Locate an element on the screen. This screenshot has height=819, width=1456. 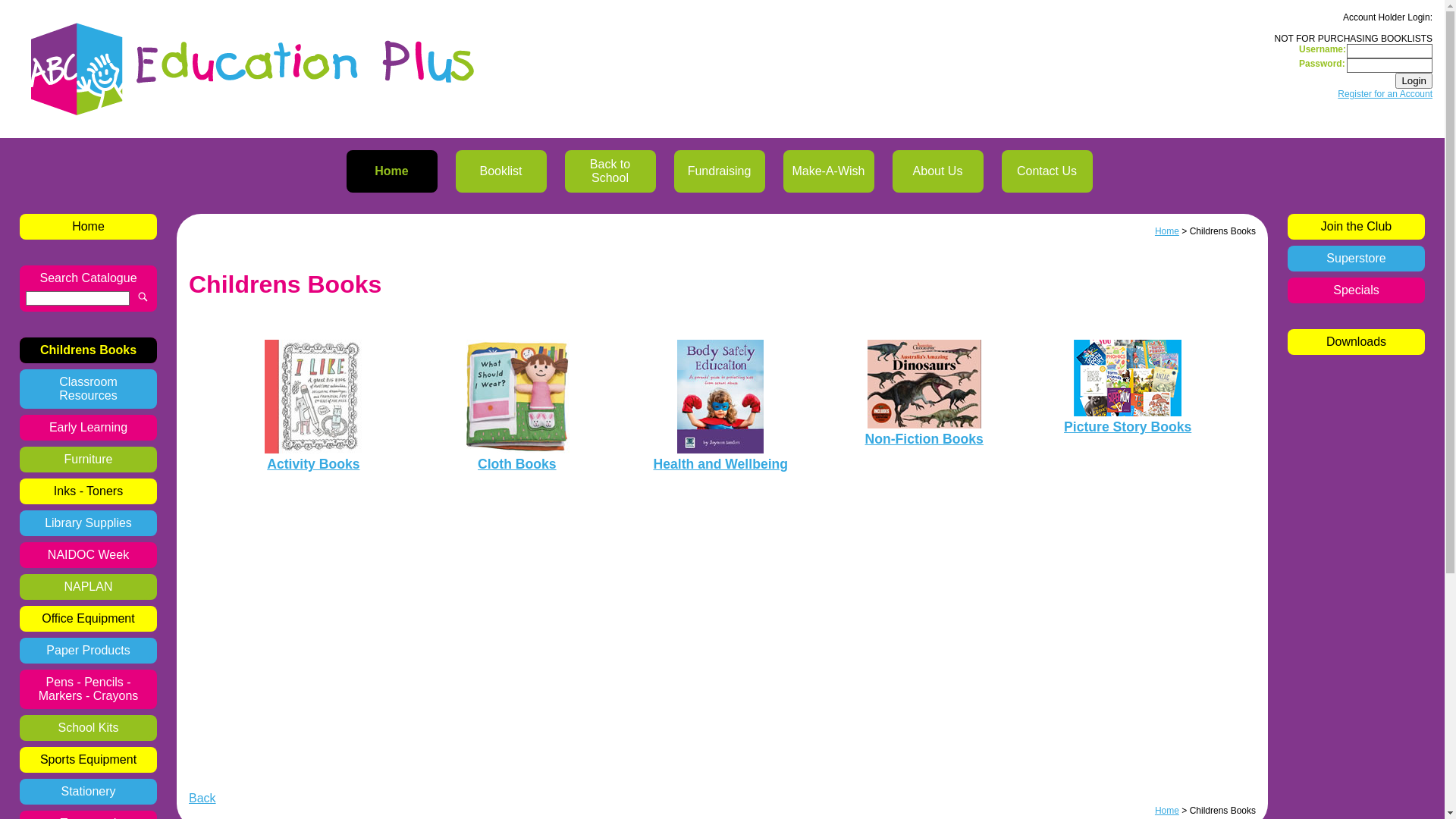
'Classroom Resources' is located at coordinates (87, 388).